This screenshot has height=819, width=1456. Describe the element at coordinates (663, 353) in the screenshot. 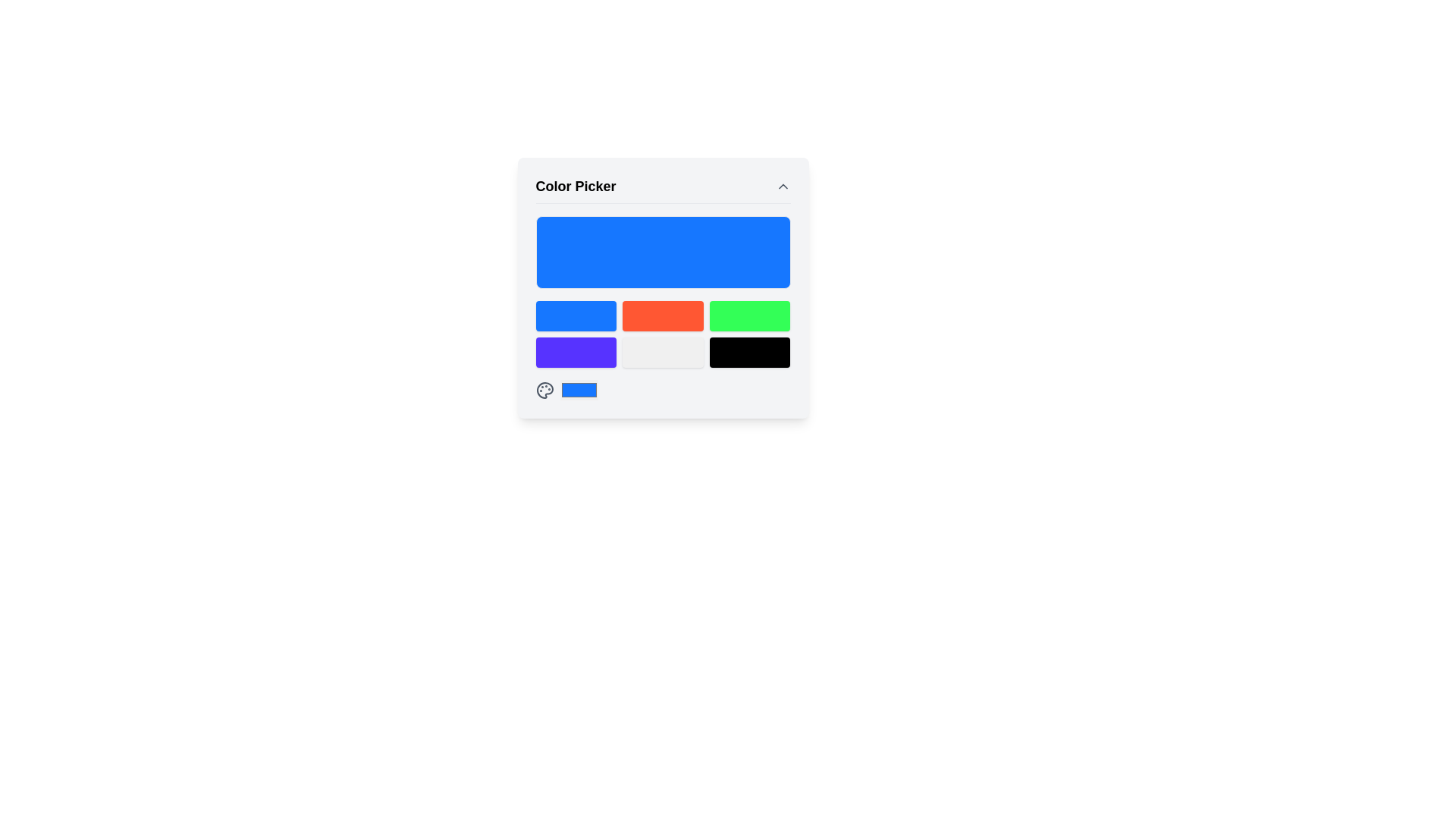

I see `the second button in the second row of the Color Picker grid` at that location.